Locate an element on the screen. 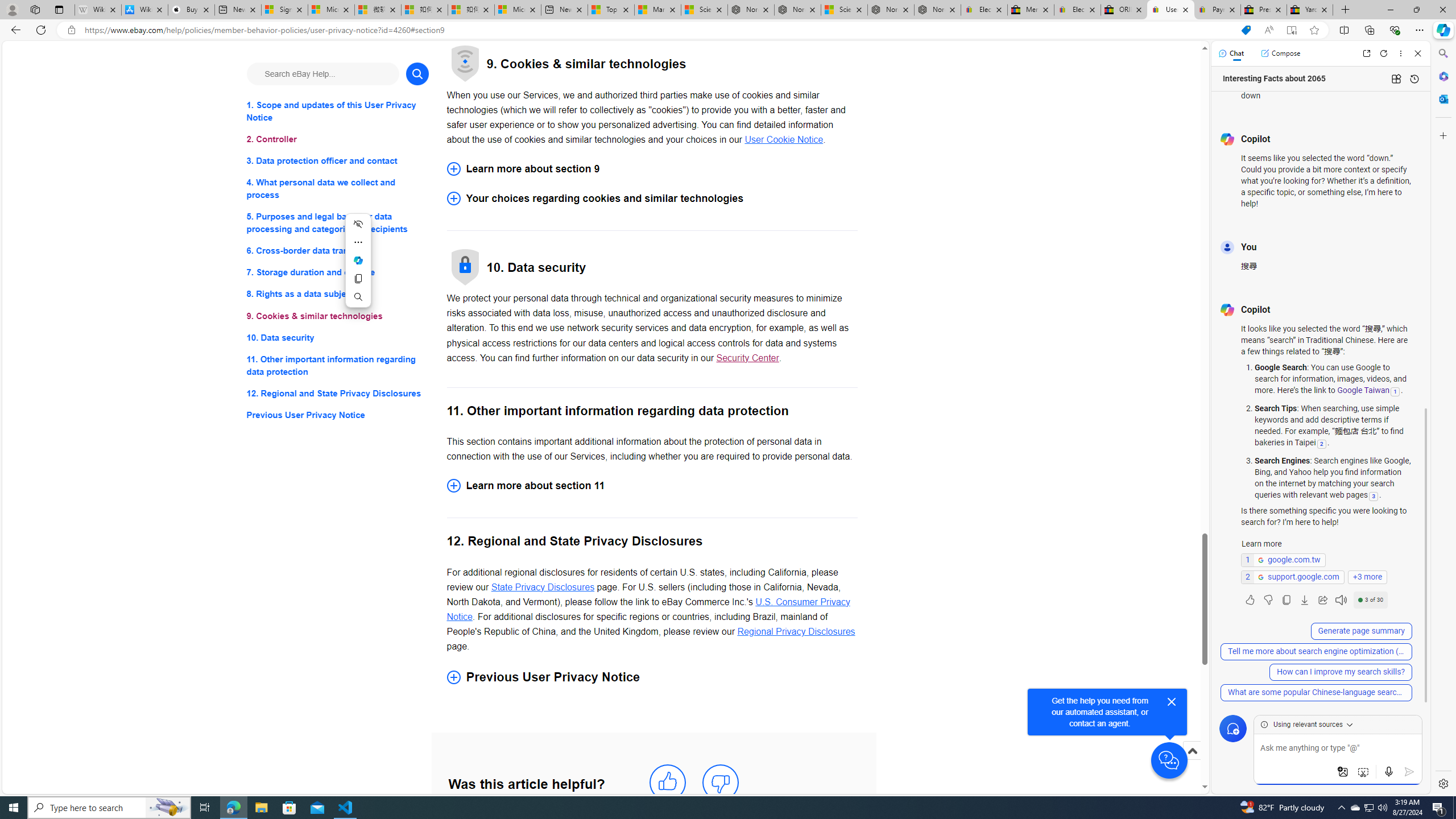 Image resolution: width=1456 pixels, height=819 pixels. 'Microsoft account | Account Checkup' is located at coordinates (517, 9).